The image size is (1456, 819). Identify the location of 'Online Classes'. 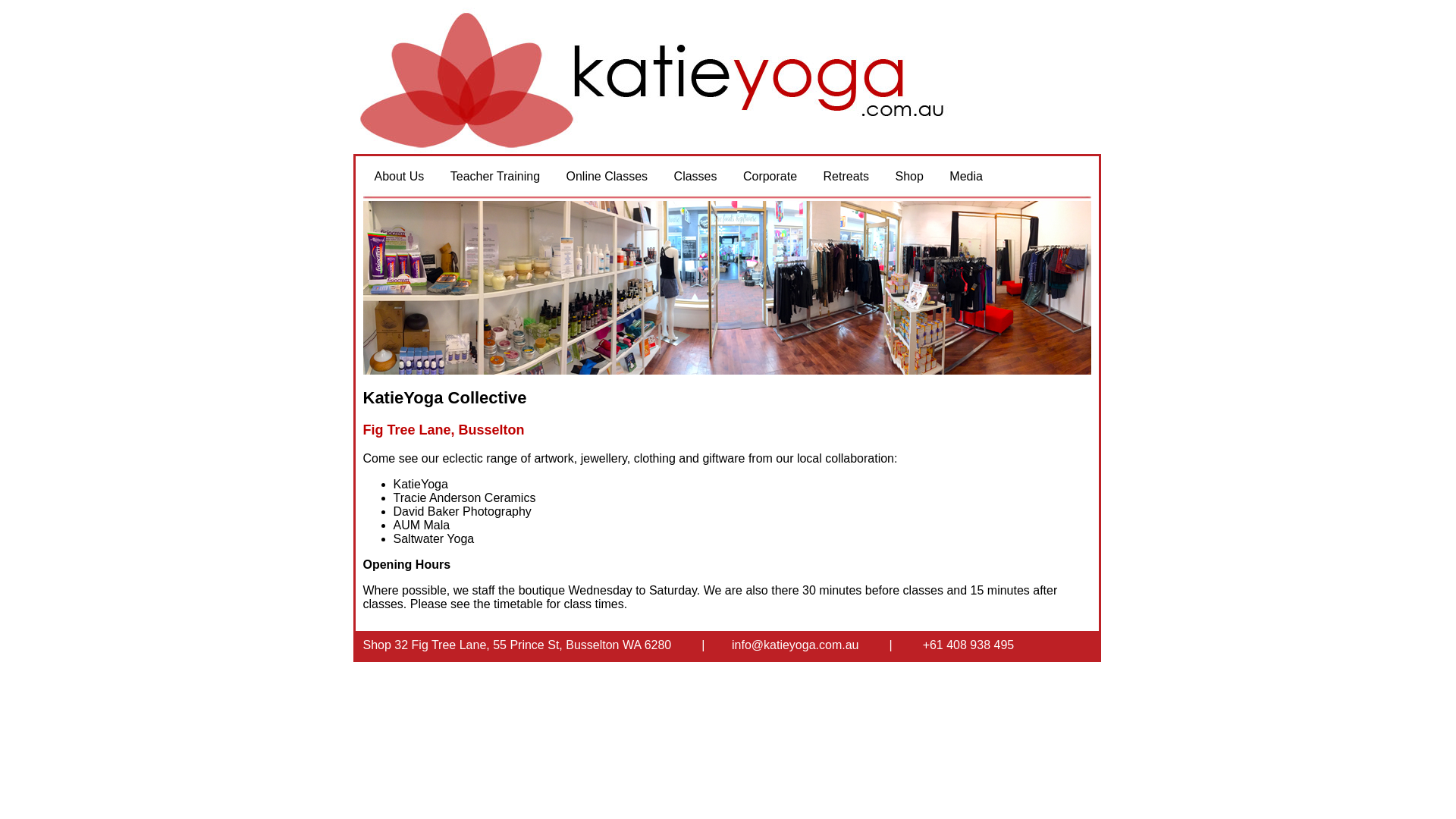
(607, 175).